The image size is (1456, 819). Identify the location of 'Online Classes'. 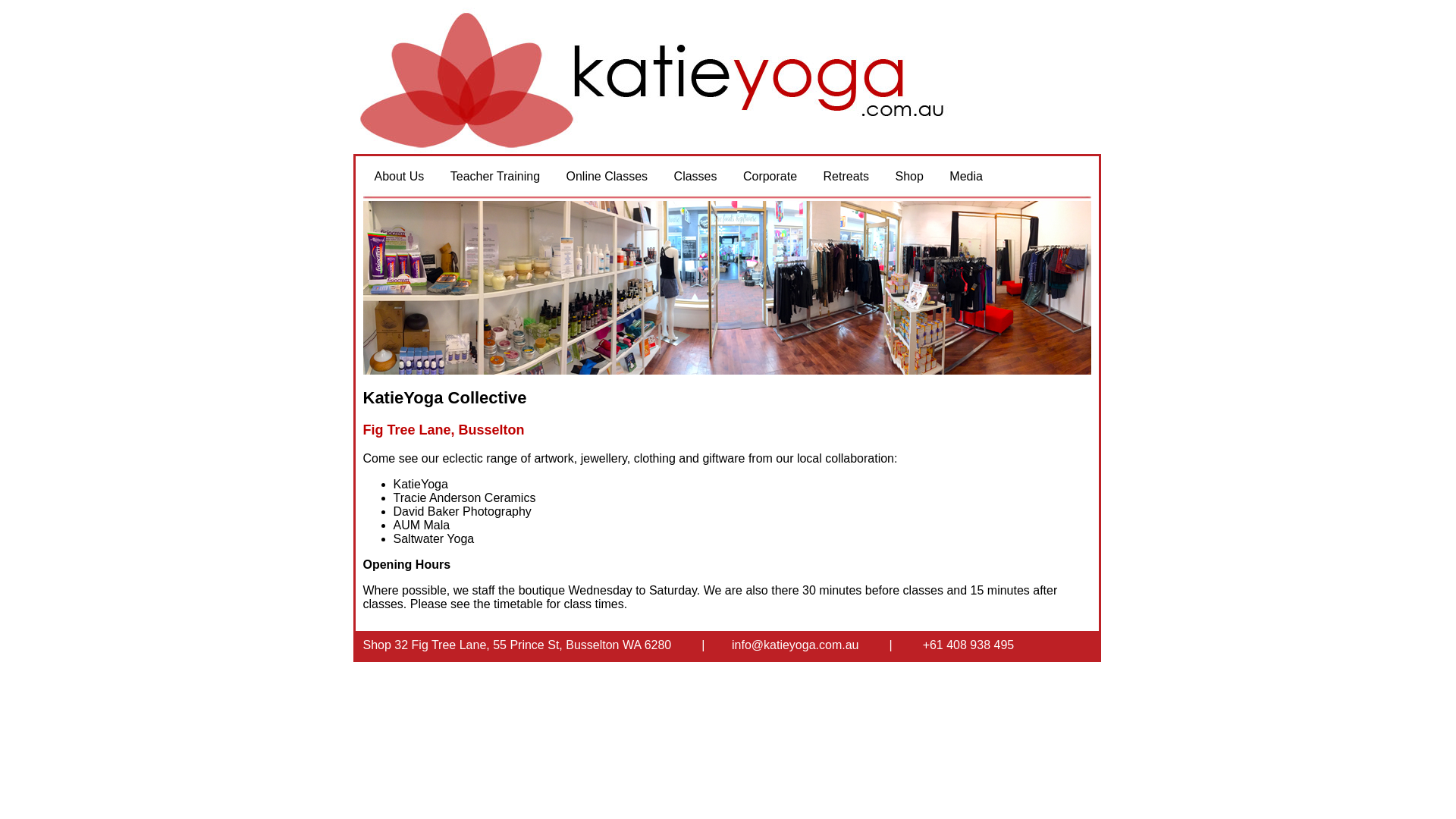
(607, 175).